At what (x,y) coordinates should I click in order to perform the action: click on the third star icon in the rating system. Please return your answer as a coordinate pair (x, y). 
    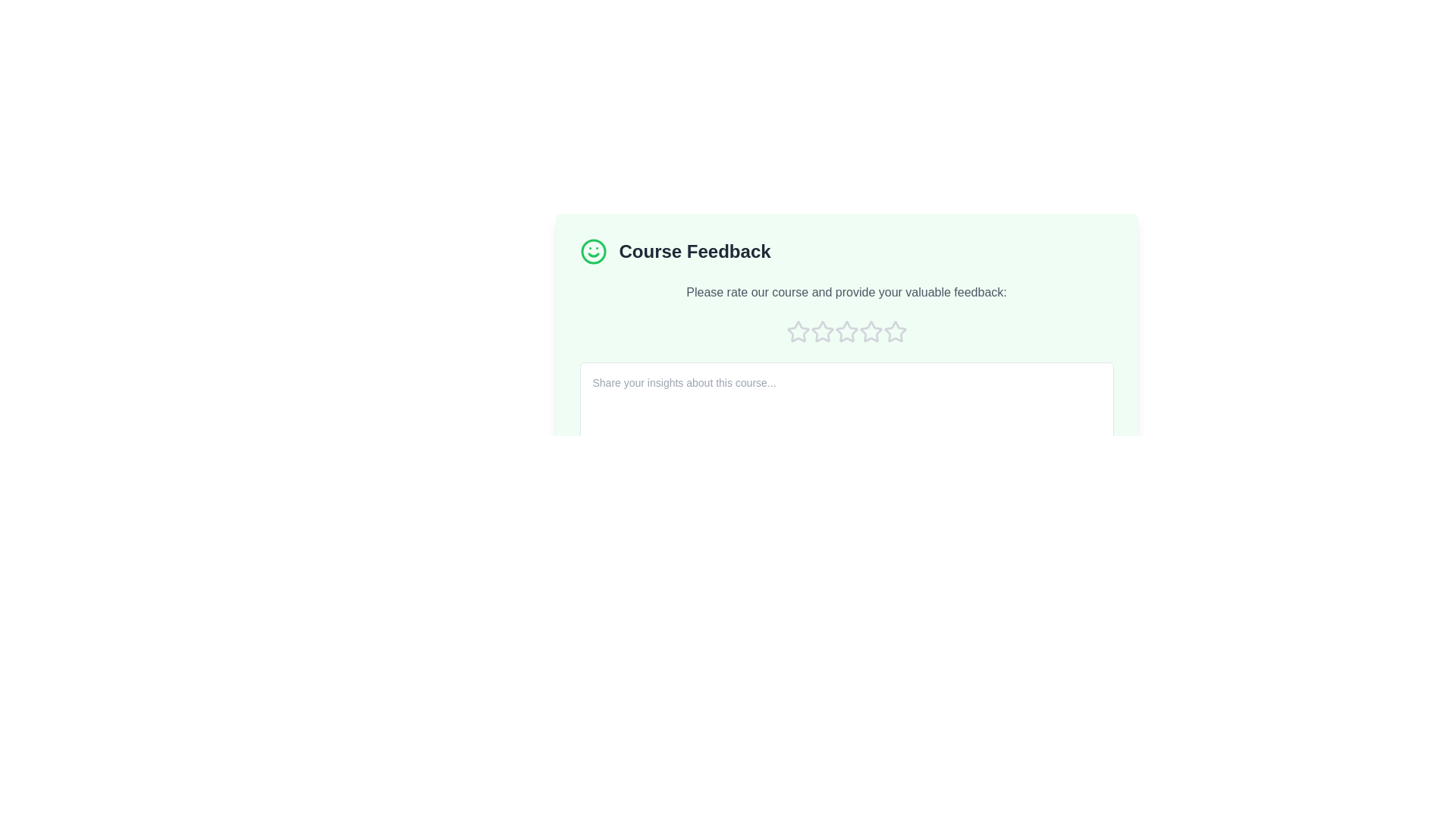
    Looking at the image, I should click on (871, 331).